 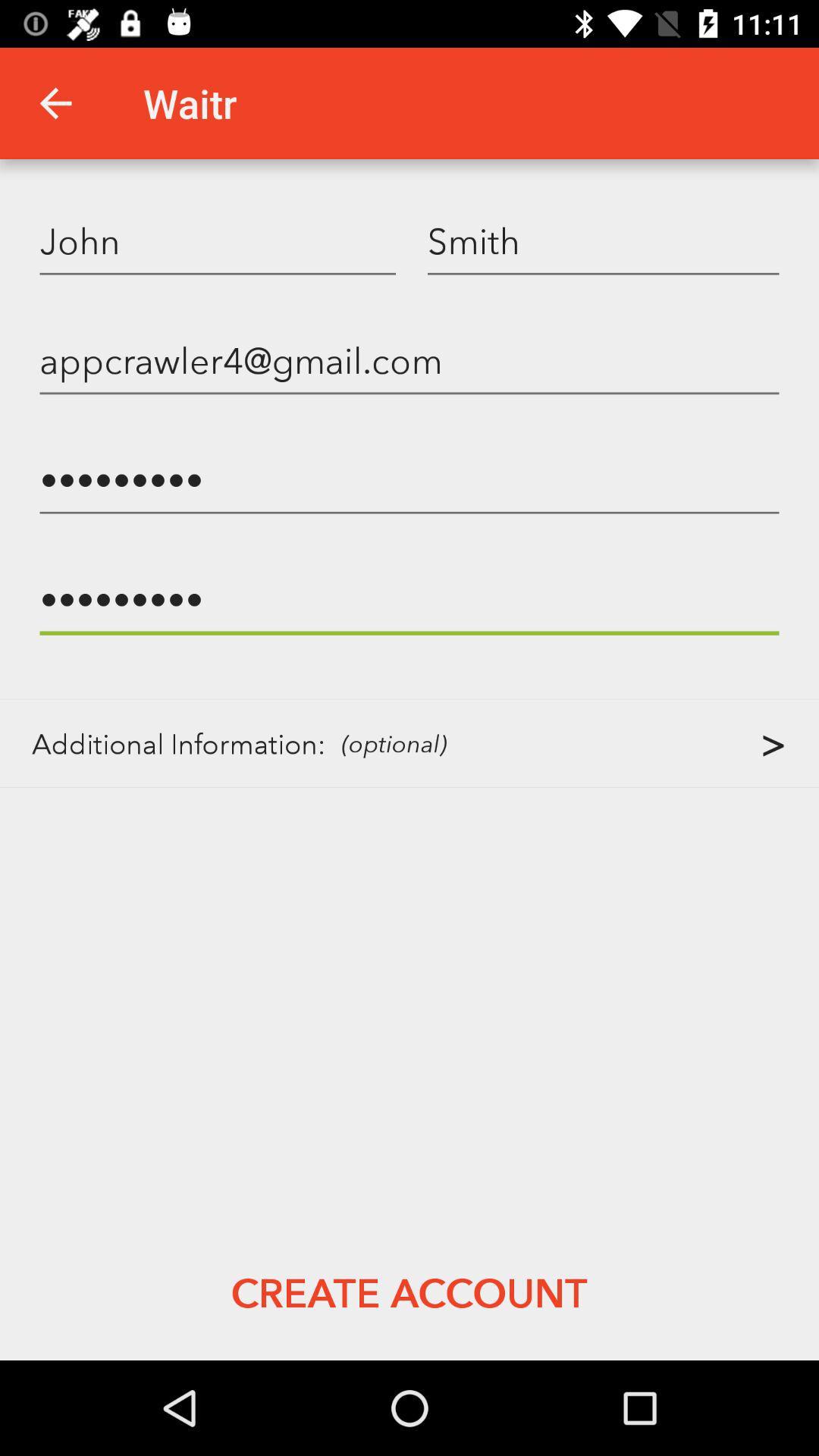 I want to click on appcrawler4@gmail.com, so click(x=409, y=359).